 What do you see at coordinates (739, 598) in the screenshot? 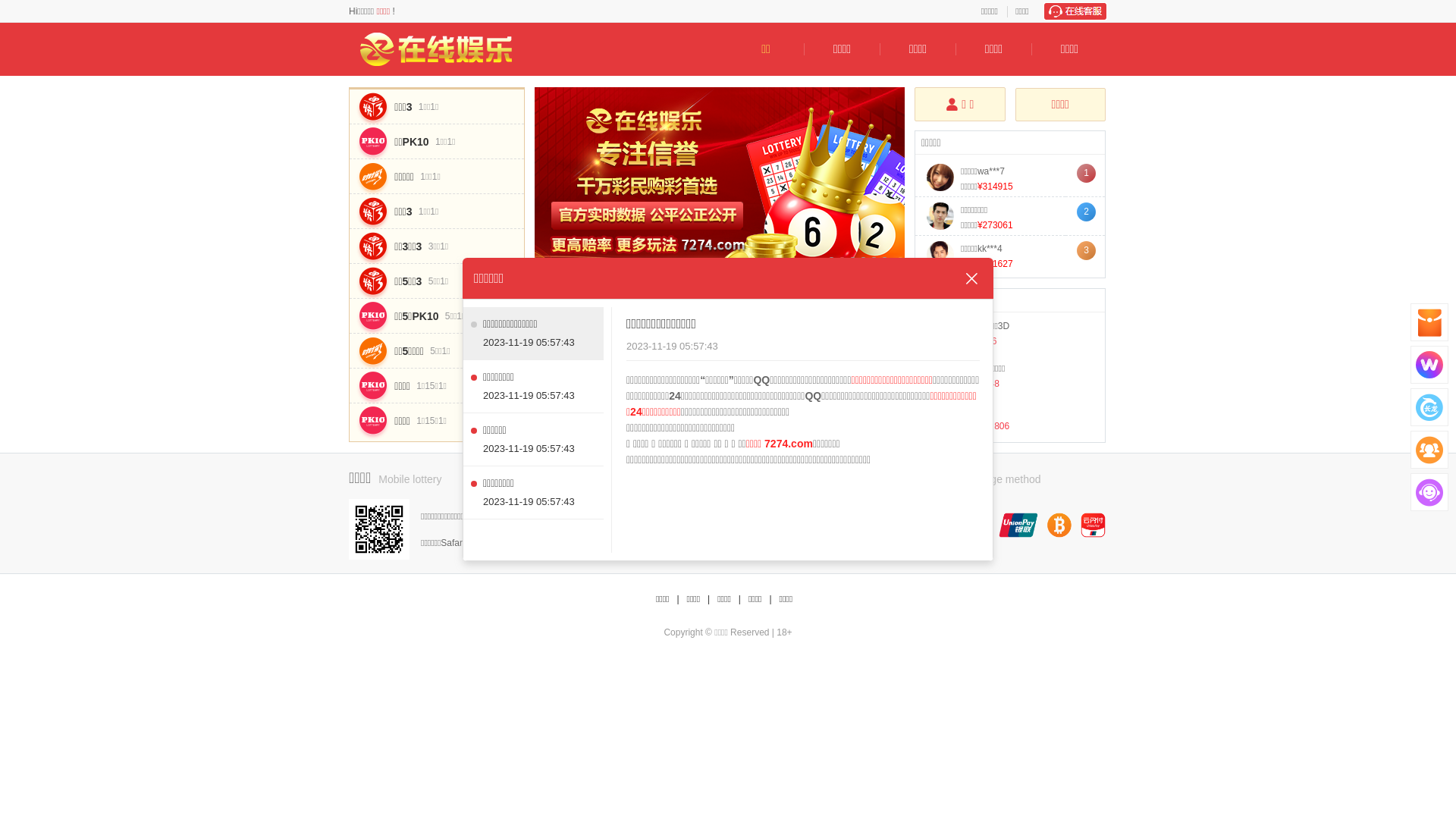
I see `'|'` at bounding box center [739, 598].